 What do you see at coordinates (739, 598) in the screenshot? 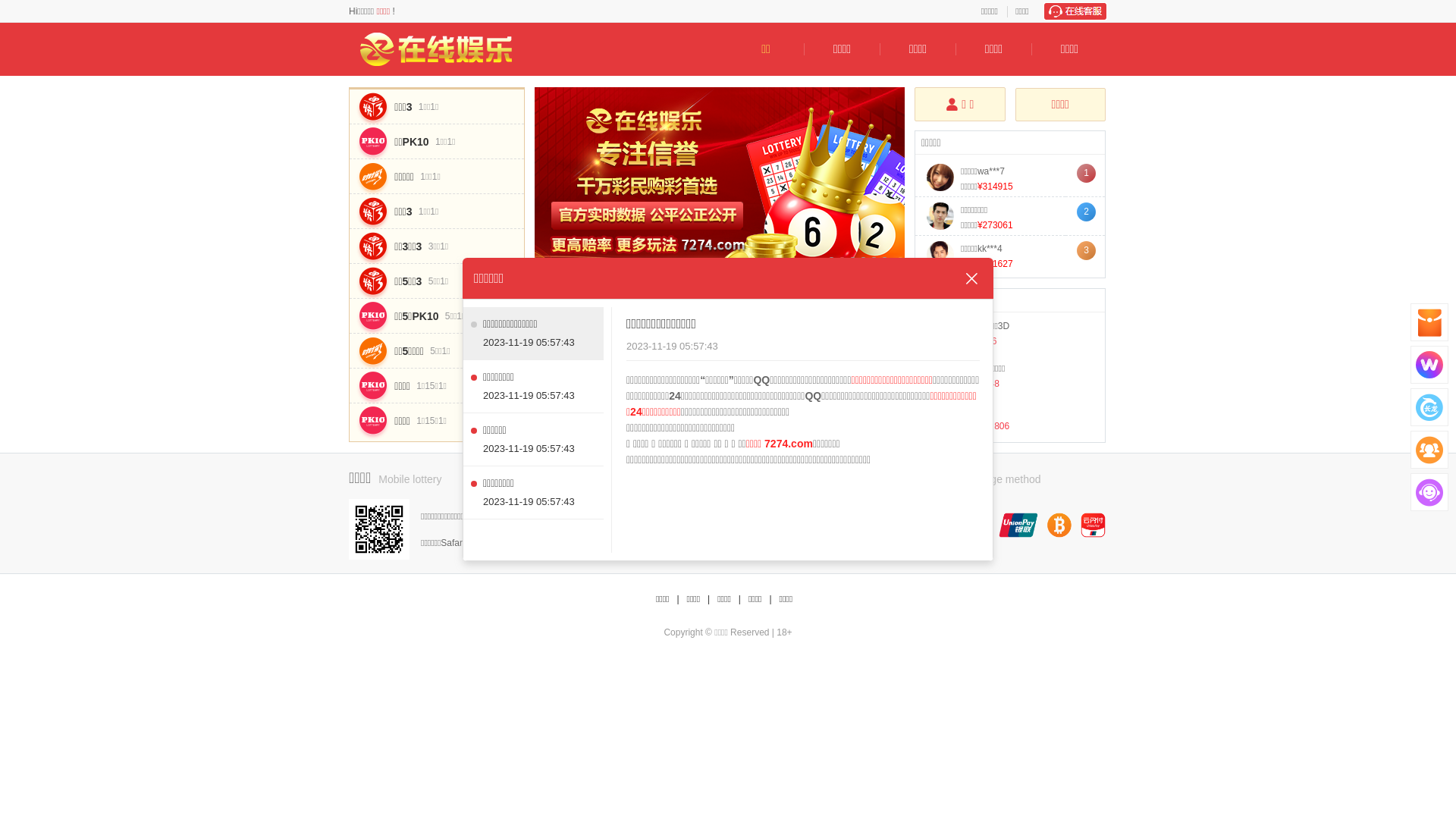
I see `'|'` at bounding box center [739, 598].